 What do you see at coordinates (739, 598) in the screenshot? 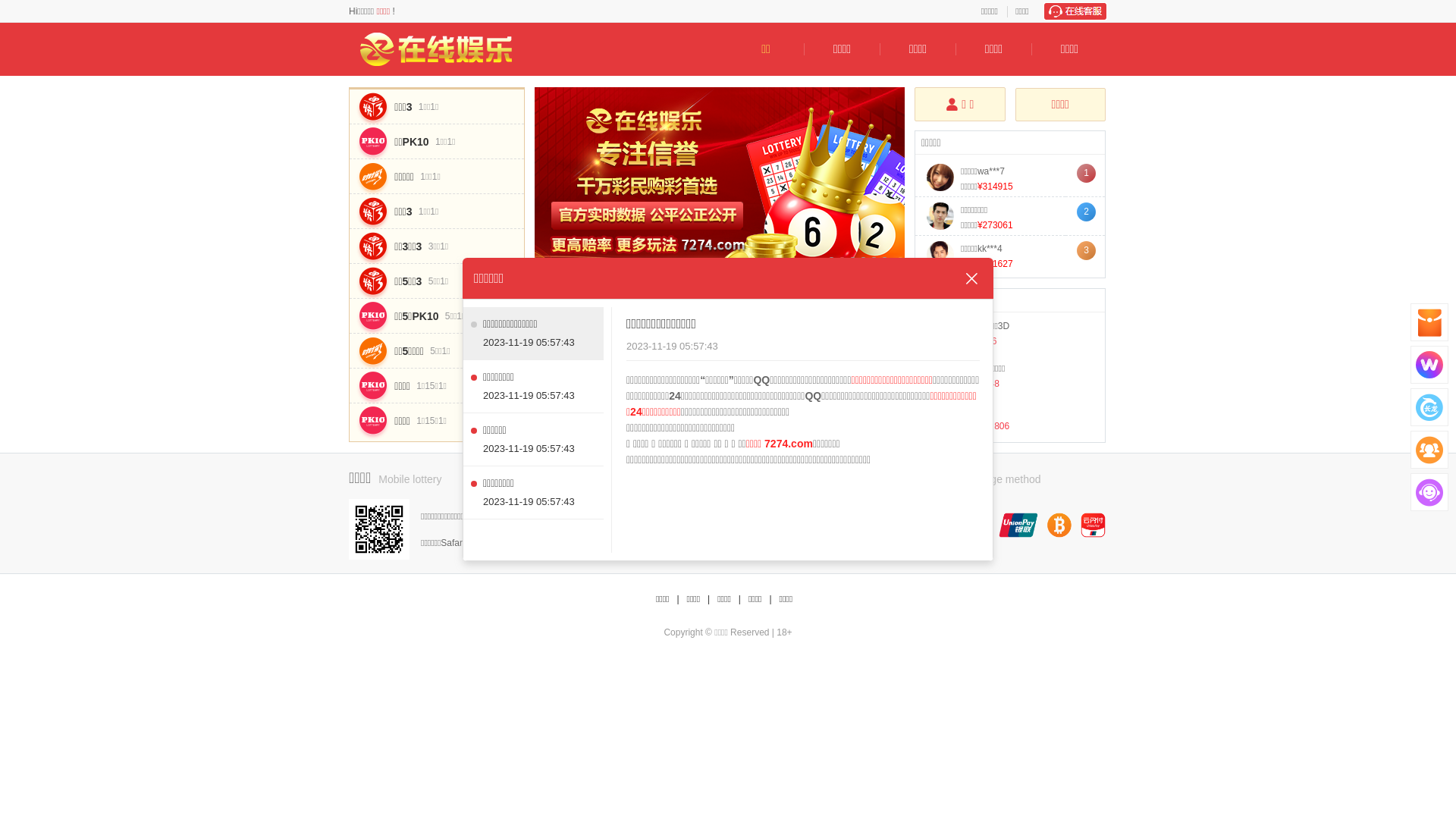
I see `'|'` at bounding box center [739, 598].